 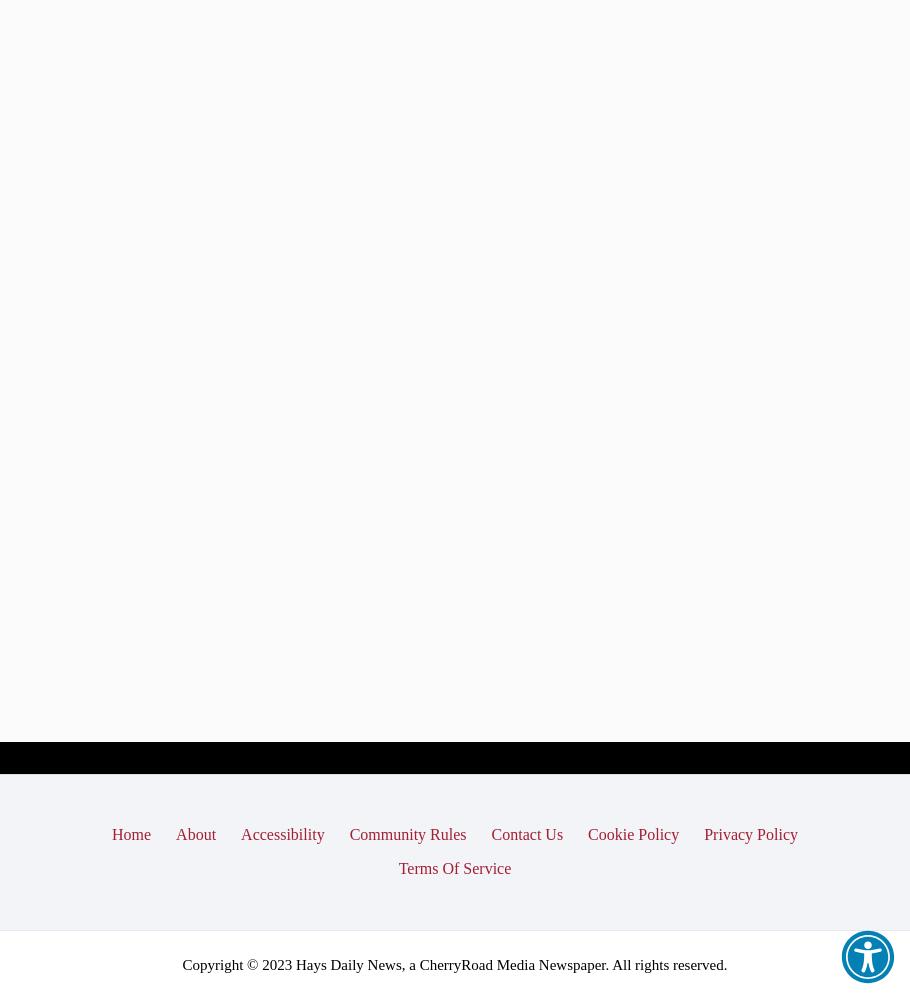 What do you see at coordinates (633, 833) in the screenshot?
I see `'Cookie Policy'` at bounding box center [633, 833].